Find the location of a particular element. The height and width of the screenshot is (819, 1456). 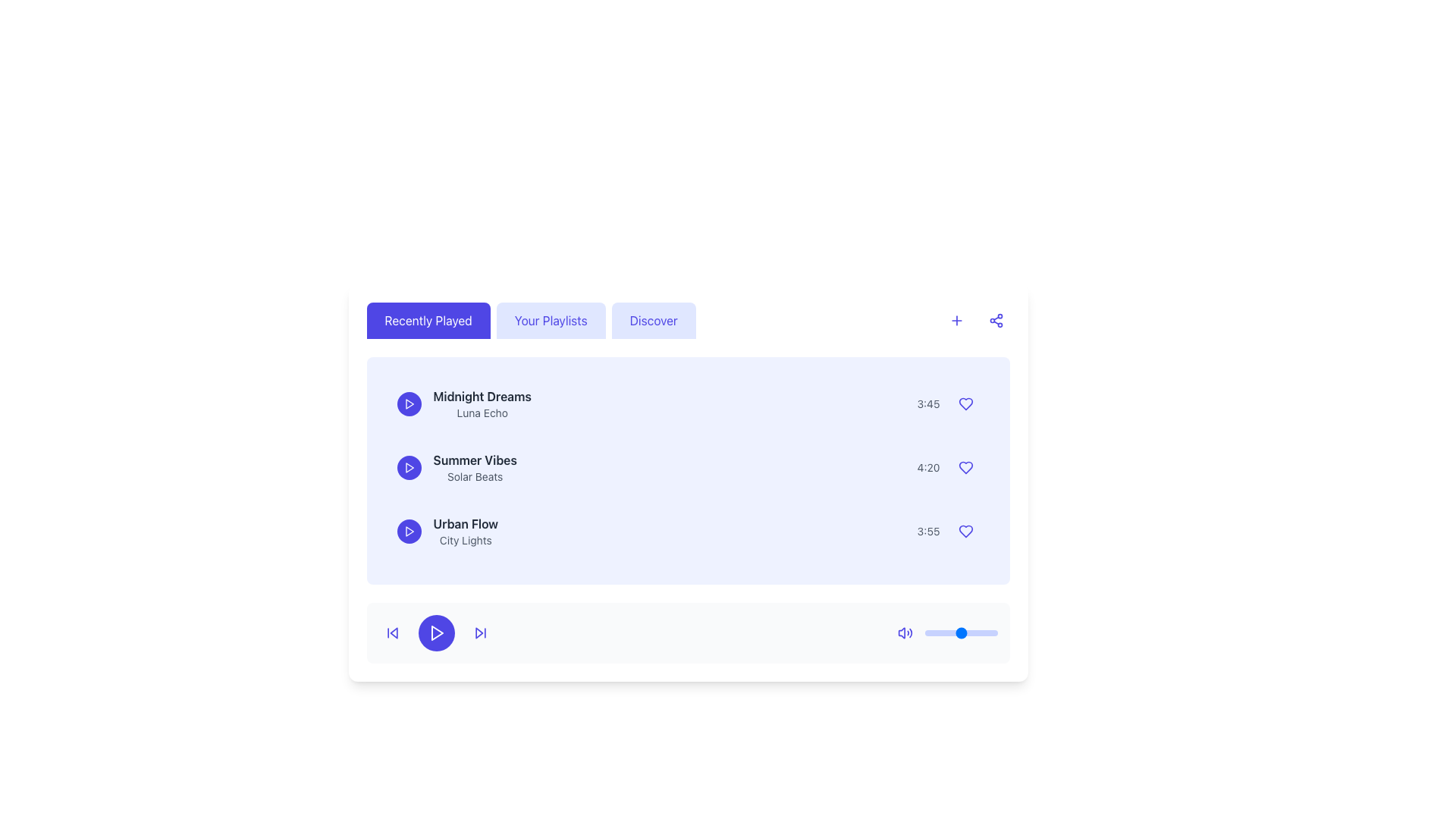

the 'Your Playlists' navigation tab, which has a light blue background and indigo text is located at coordinates (531, 320).